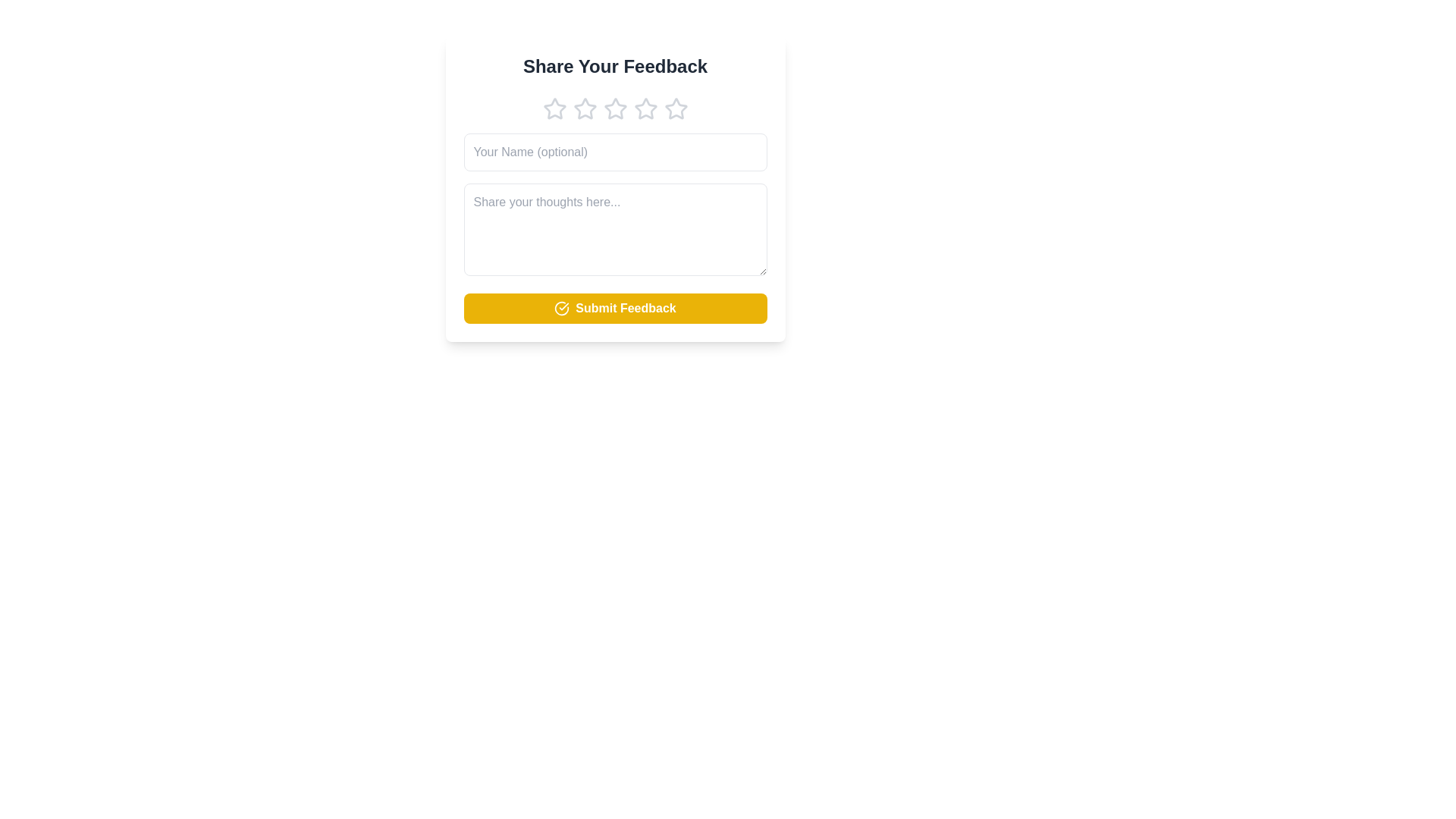 This screenshot has width=1456, height=819. What do you see at coordinates (675, 108) in the screenshot?
I see `across the fifth star icon in the star-rating system` at bounding box center [675, 108].